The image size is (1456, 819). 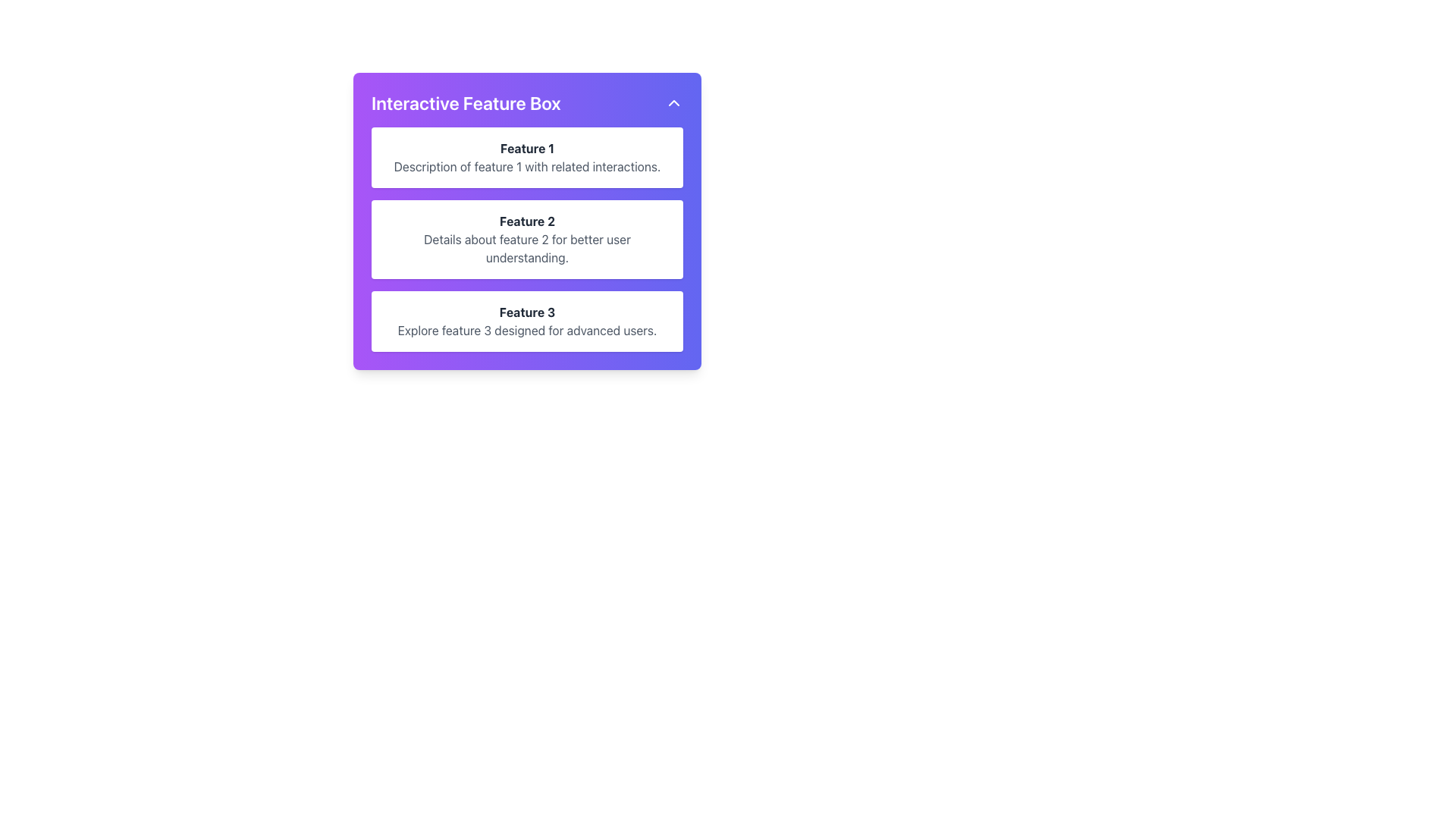 What do you see at coordinates (673, 102) in the screenshot?
I see `the arrow button located at the top right corner of the 'Interactive Feature Box'` at bounding box center [673, 102].